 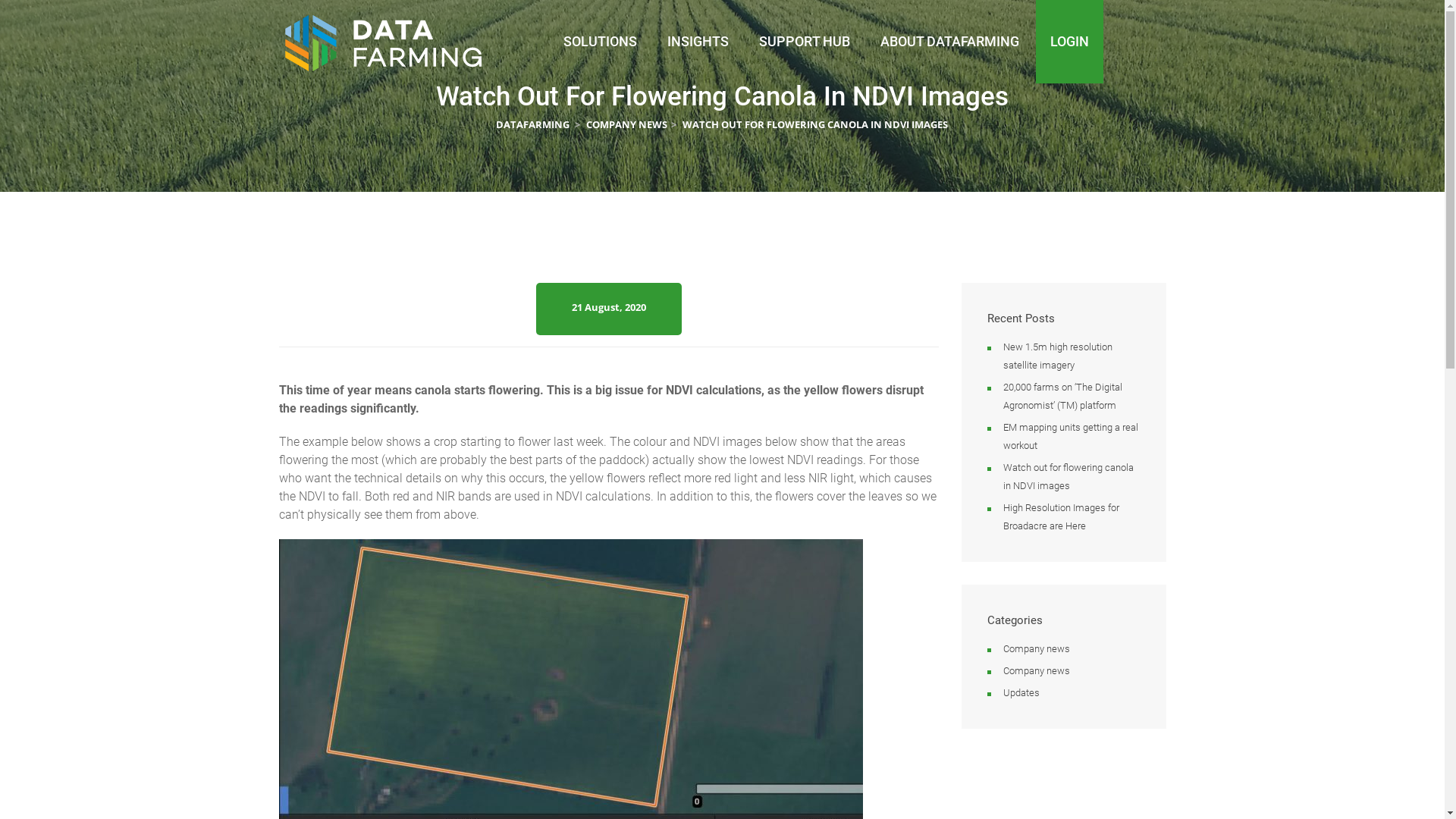 What do you see at coordinates (1068, 40) in the screenshot?
I see `'LOGIN'` at bounding box center [1068, 40].